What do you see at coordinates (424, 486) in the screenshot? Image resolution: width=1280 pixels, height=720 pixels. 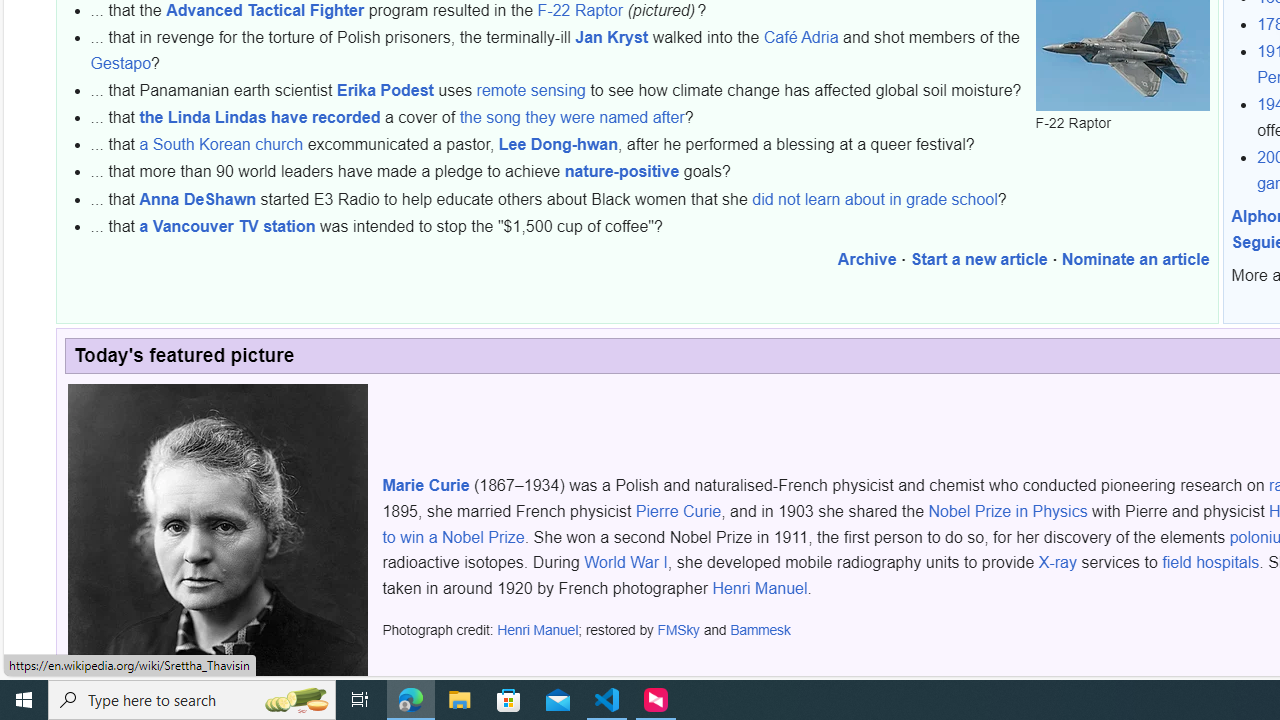 I see `'Marie Curie'` at bounding box center [424, 486].